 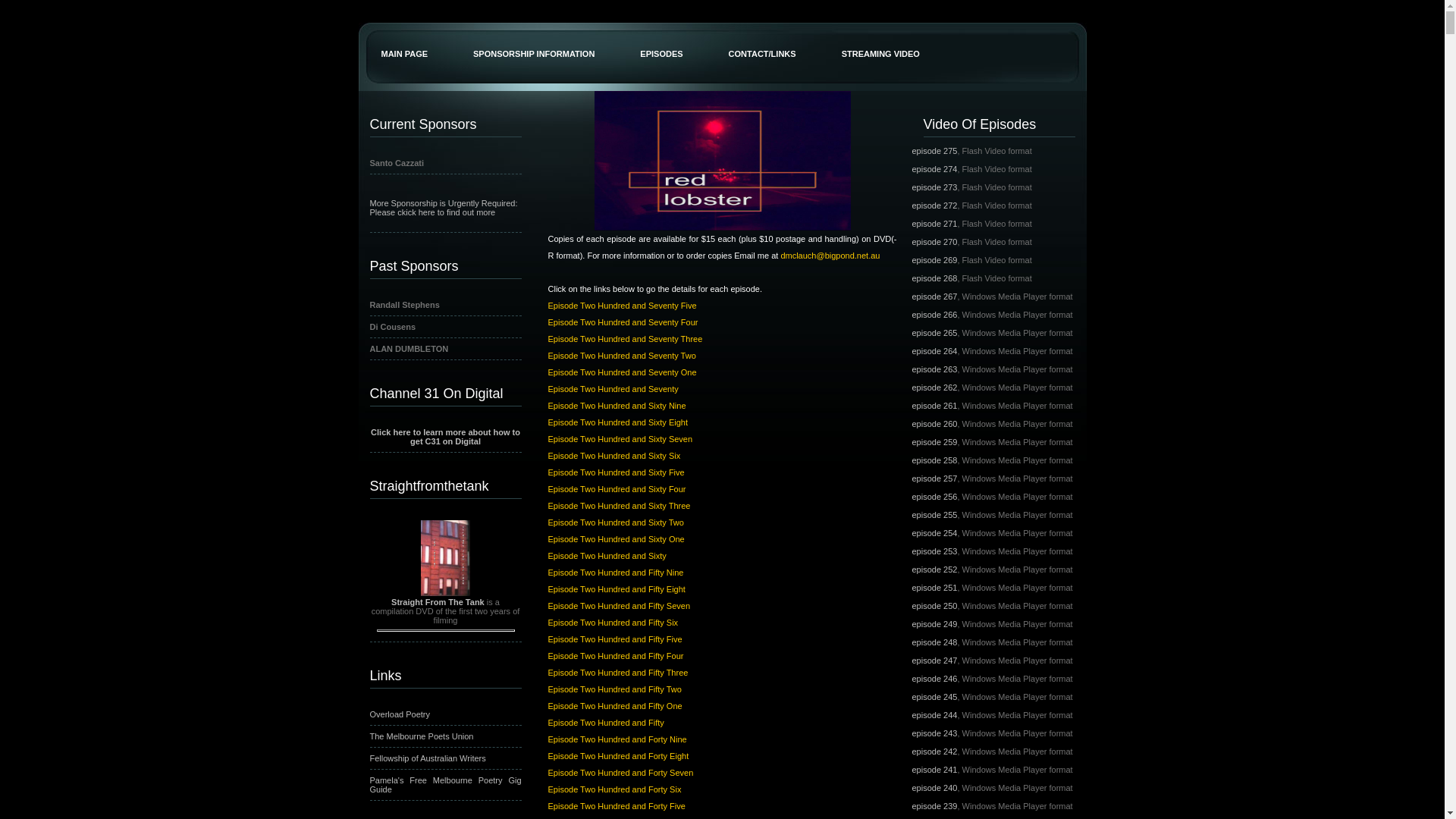 I want to click on 'Overload Poetry', so click(x=370, y=714).